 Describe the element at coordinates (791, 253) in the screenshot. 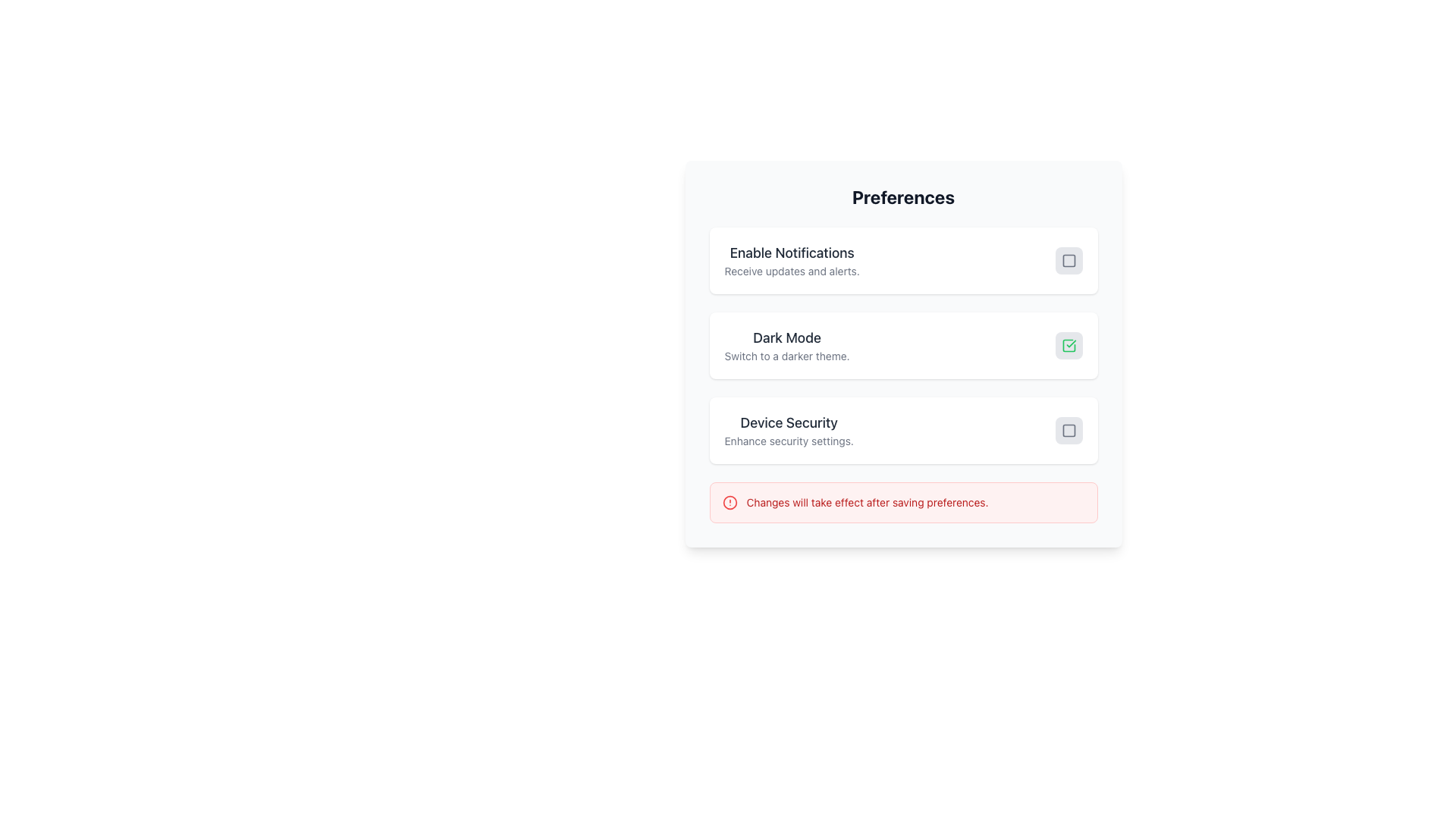

I see `the text label 'Enable Notifications', which is the main heading of the first section in a vertical list layout within a preferences panel, positioned above the text 'Receive updates and alerts.'` at that location.